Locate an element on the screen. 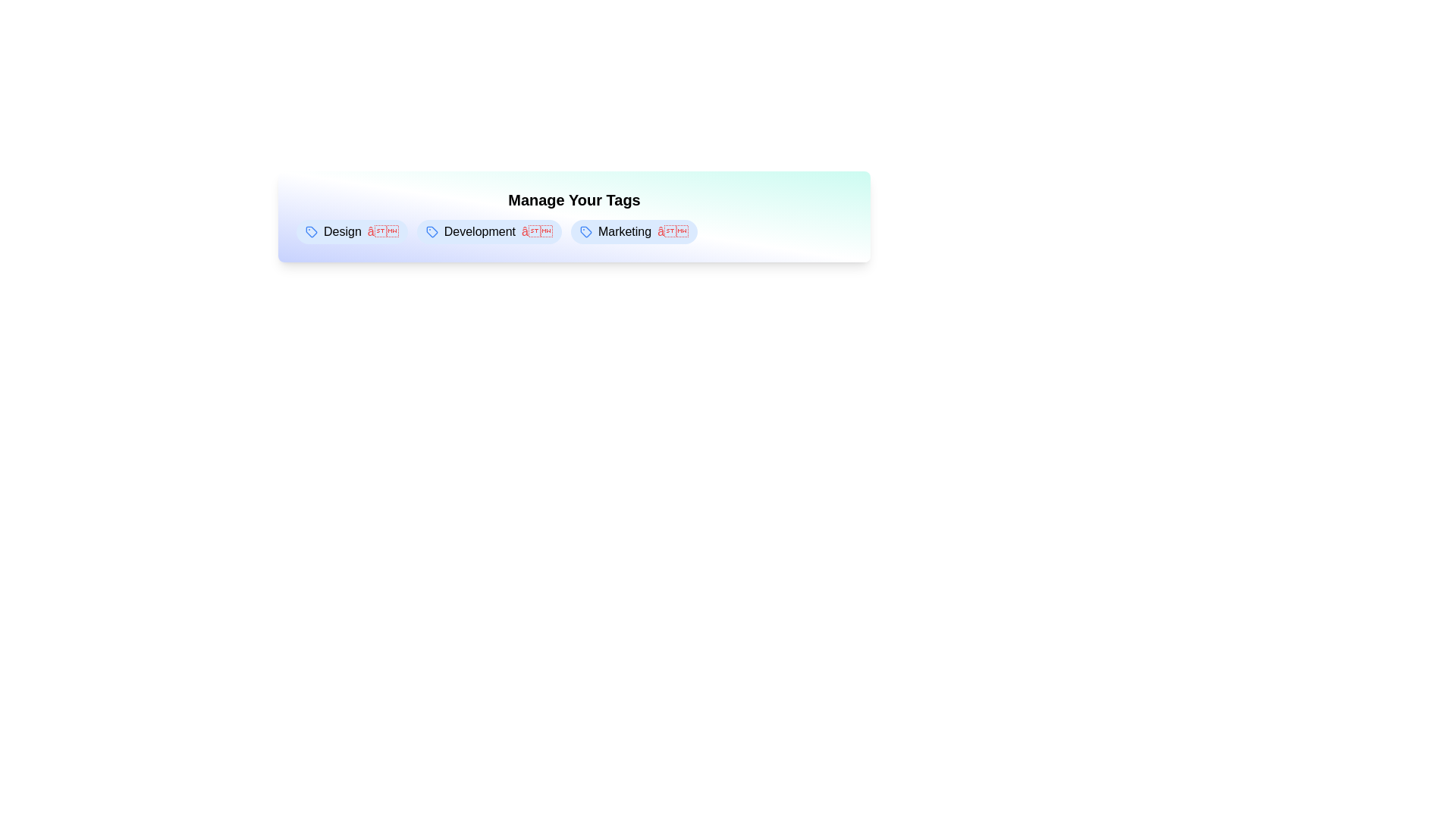  the tag element labeled 'Design' to observe hover effects is located at coordinates (351, 231).